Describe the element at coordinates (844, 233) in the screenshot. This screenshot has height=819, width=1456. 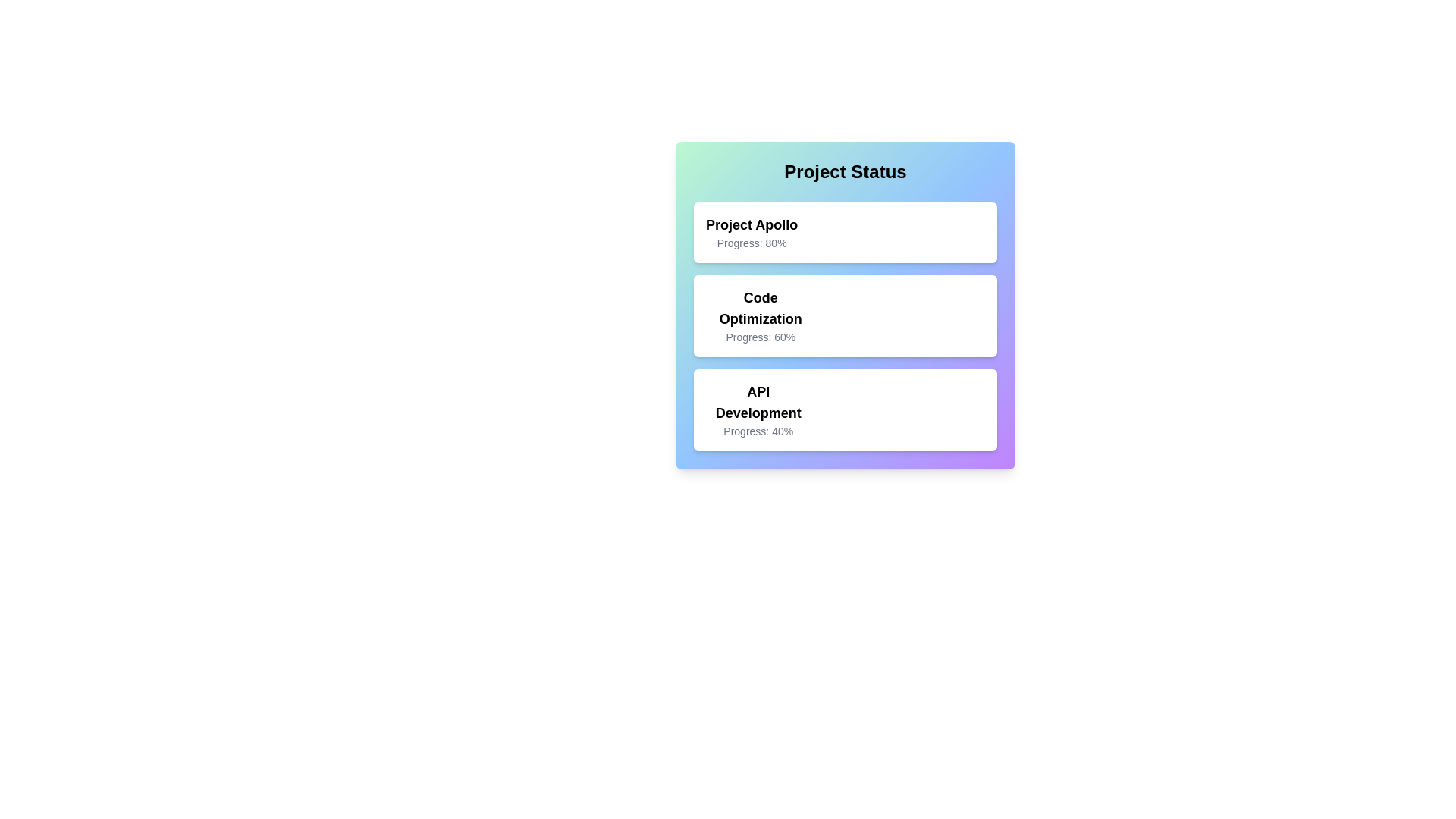
I see `the project card corresponding to Project Apollo` at that location.